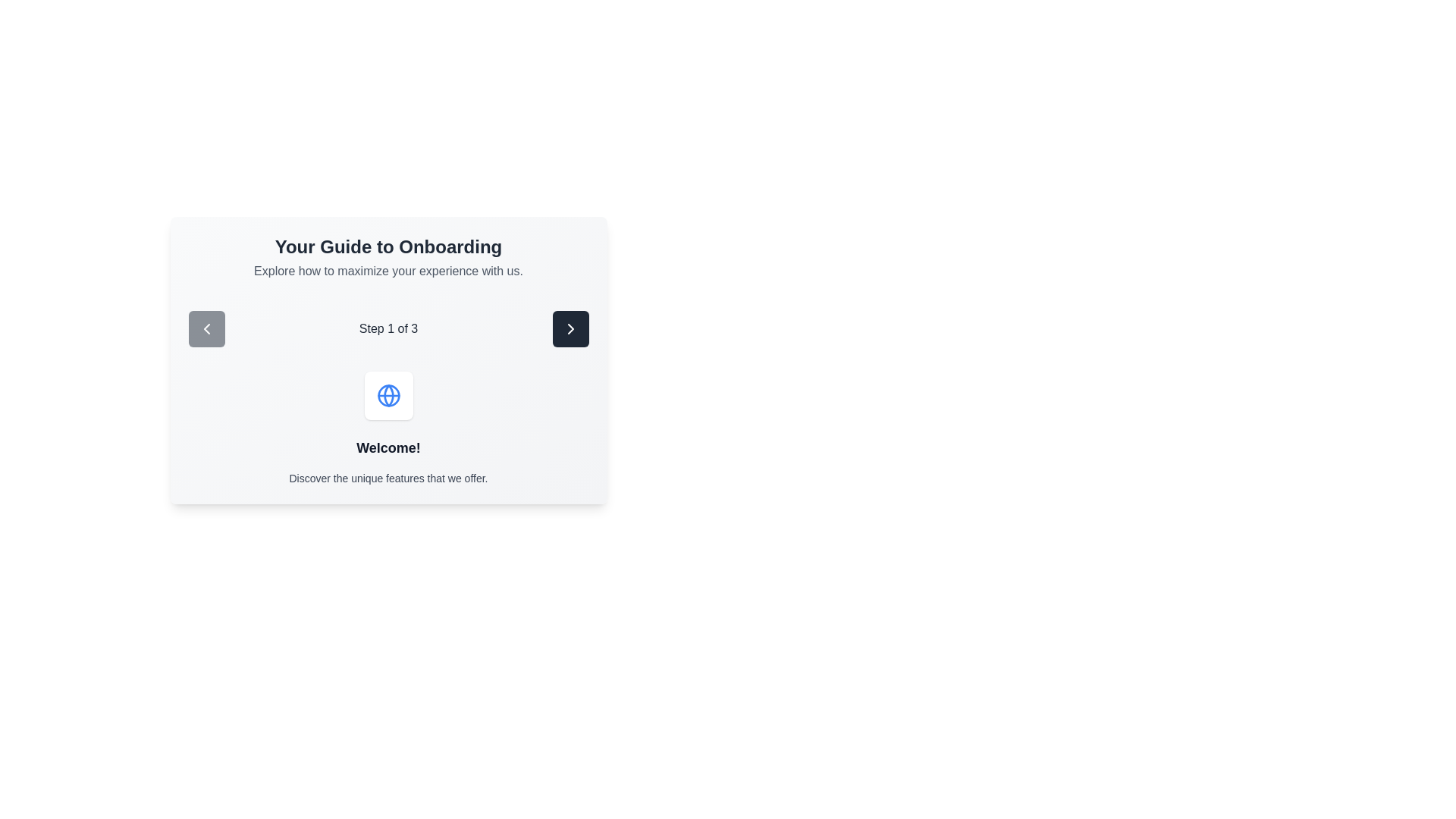  What do you see at coordinates (388, 328) in the screenshot?
I see `the static text label that indicates the user's current step in a multi-step process, displaying 'Step 1 of 3'` at bounding box center [388, 328].